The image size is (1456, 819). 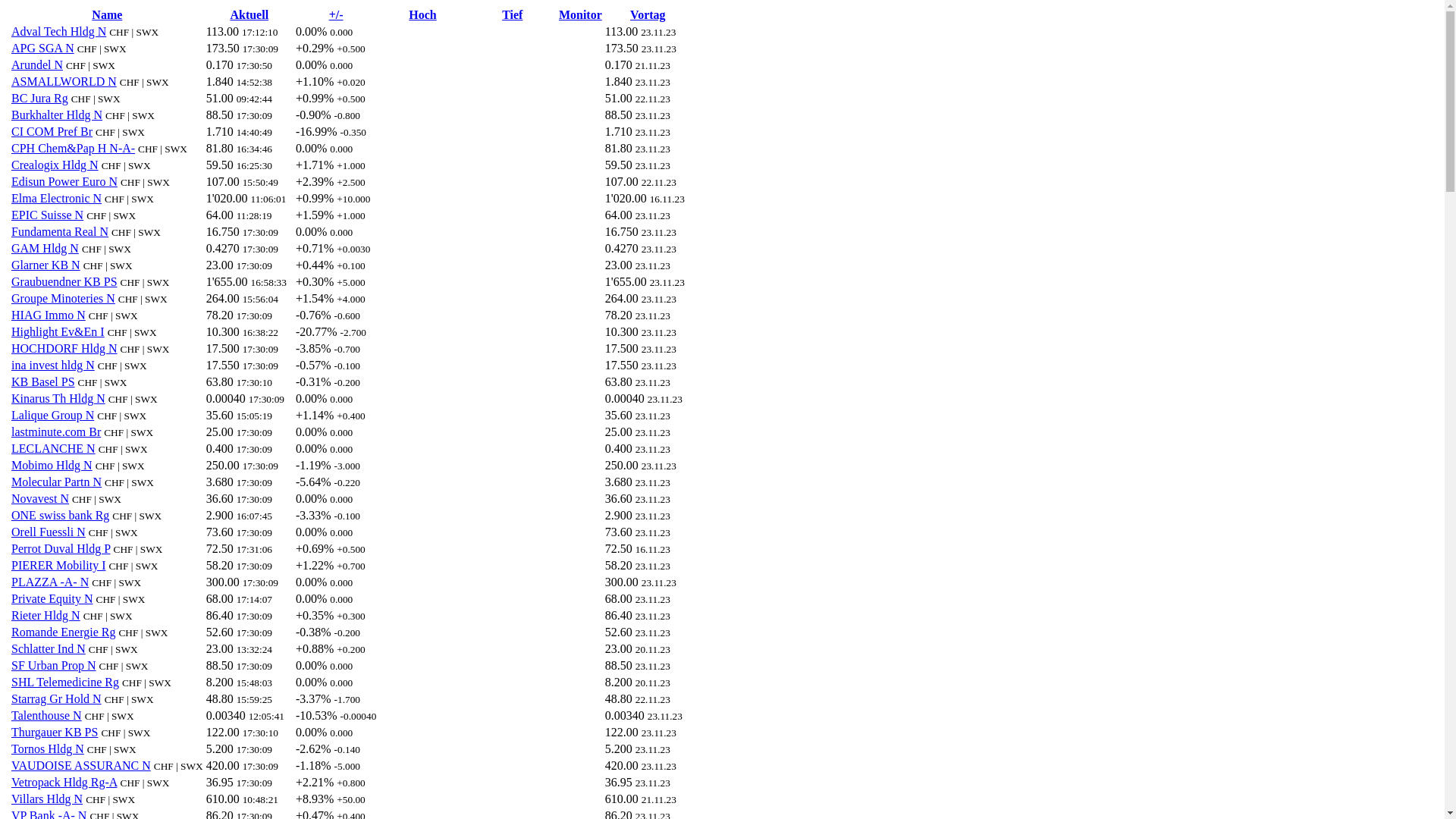 What do you see at coordinates (11, 431) in the screenshot?
I see `'lastminute.com Br'` at bounding box center [11, 431].